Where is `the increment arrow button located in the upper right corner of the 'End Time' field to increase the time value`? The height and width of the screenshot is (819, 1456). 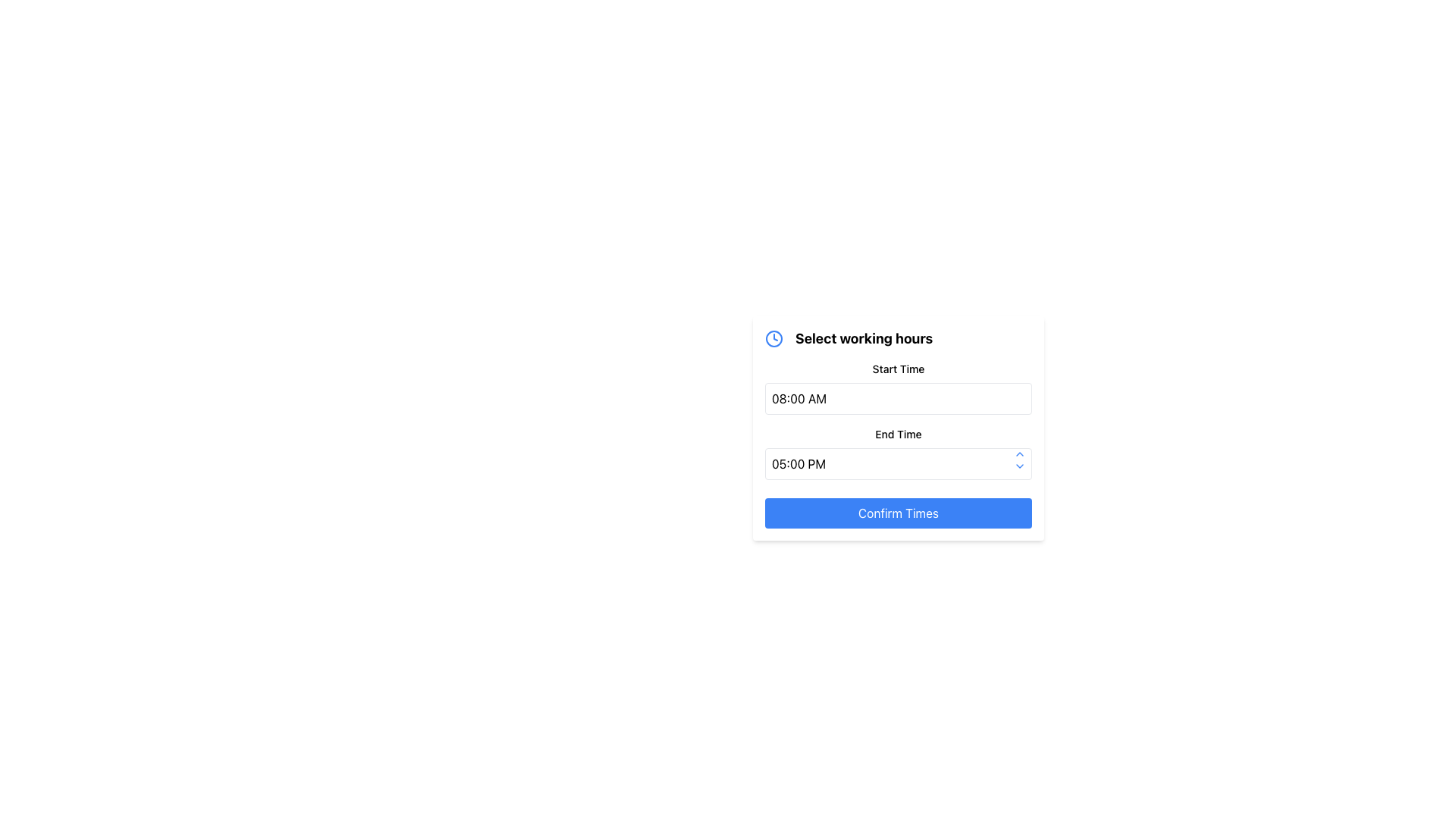
the increment arrow button located in the upper right corner of the 'End Time' field to increase the time value is located at coordinates (1019, 459).